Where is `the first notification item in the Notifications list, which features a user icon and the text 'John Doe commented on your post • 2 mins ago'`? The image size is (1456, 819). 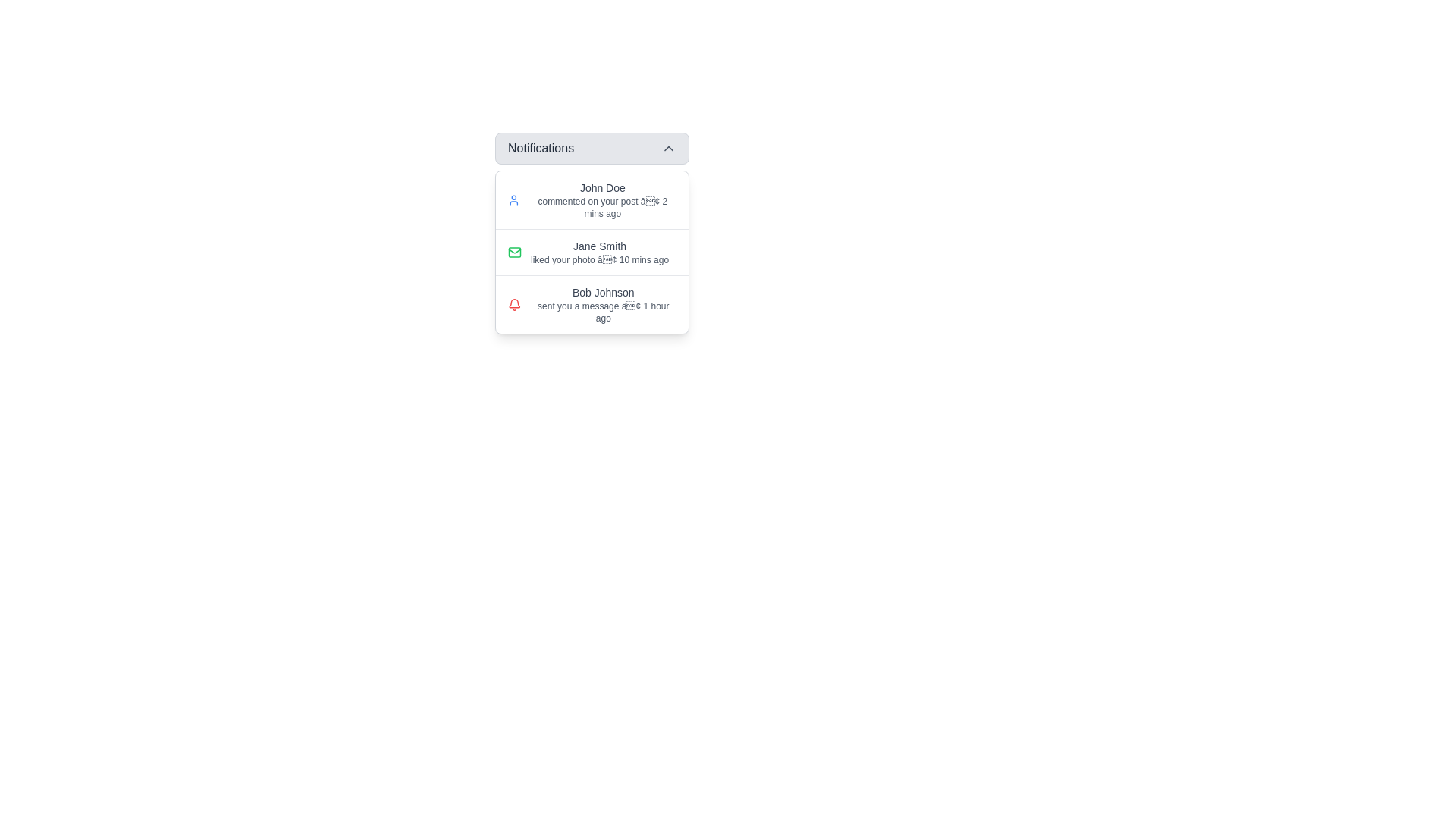
the first notification item in the Notifications list, which features a user icon and the text 'John Doe commented on your post • 2 mins ago' is located at coordinates (591, 199).